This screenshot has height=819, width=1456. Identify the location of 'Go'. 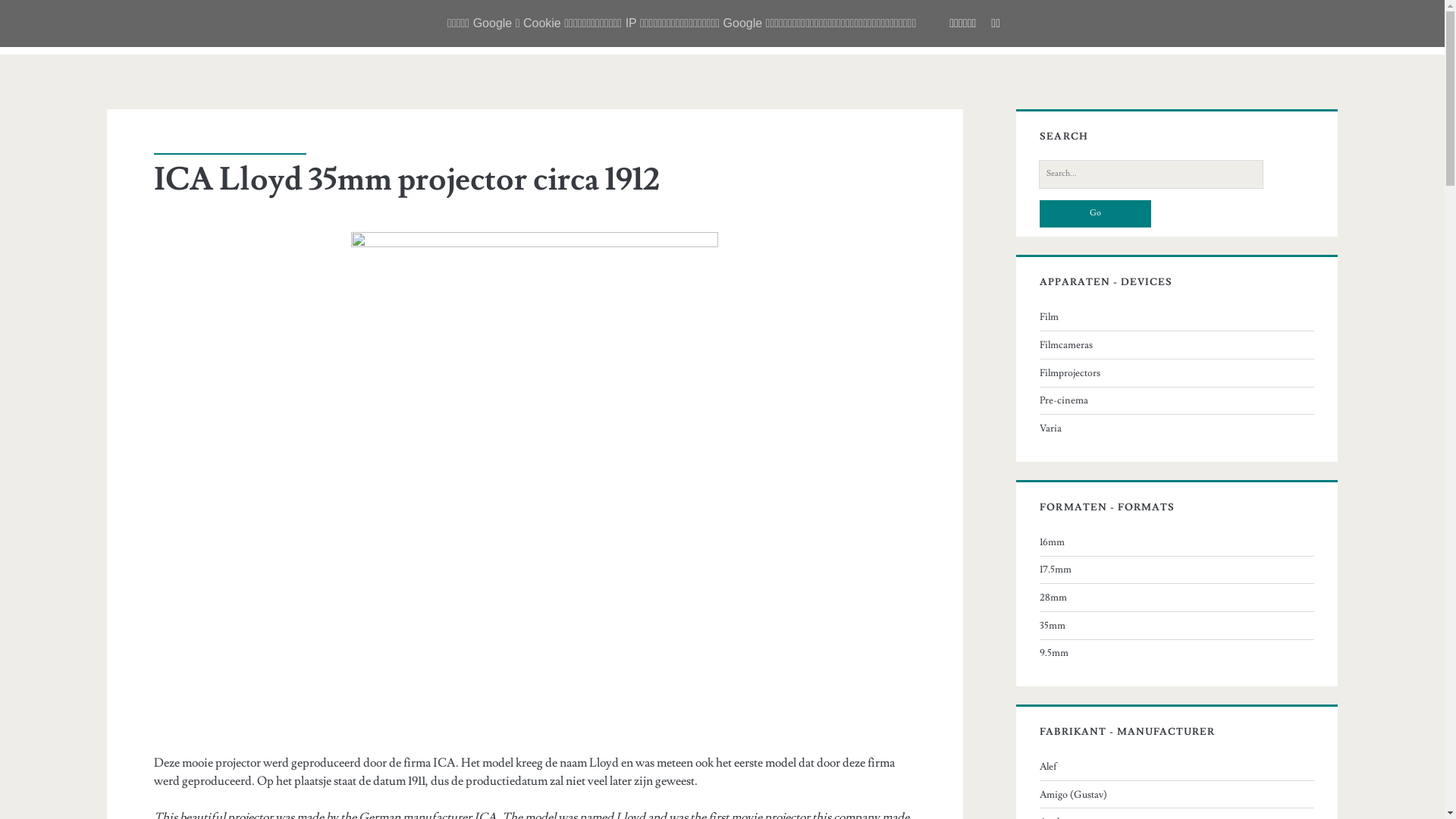
(1095, 213).